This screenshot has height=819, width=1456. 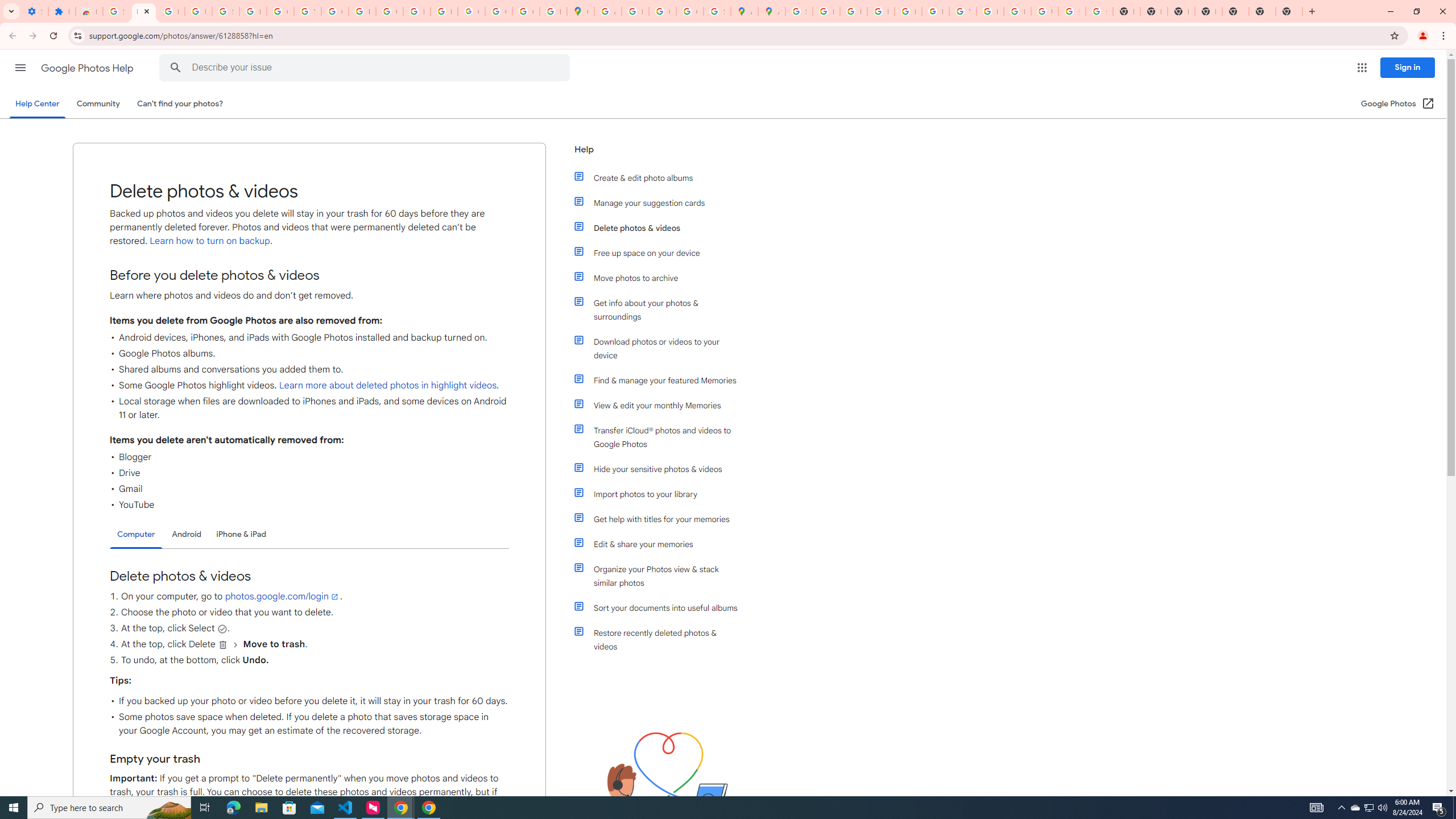 What do you see at coordinates (222, 628) in the screenshot?
I see `'Select'` at bounding box center [222, 628].